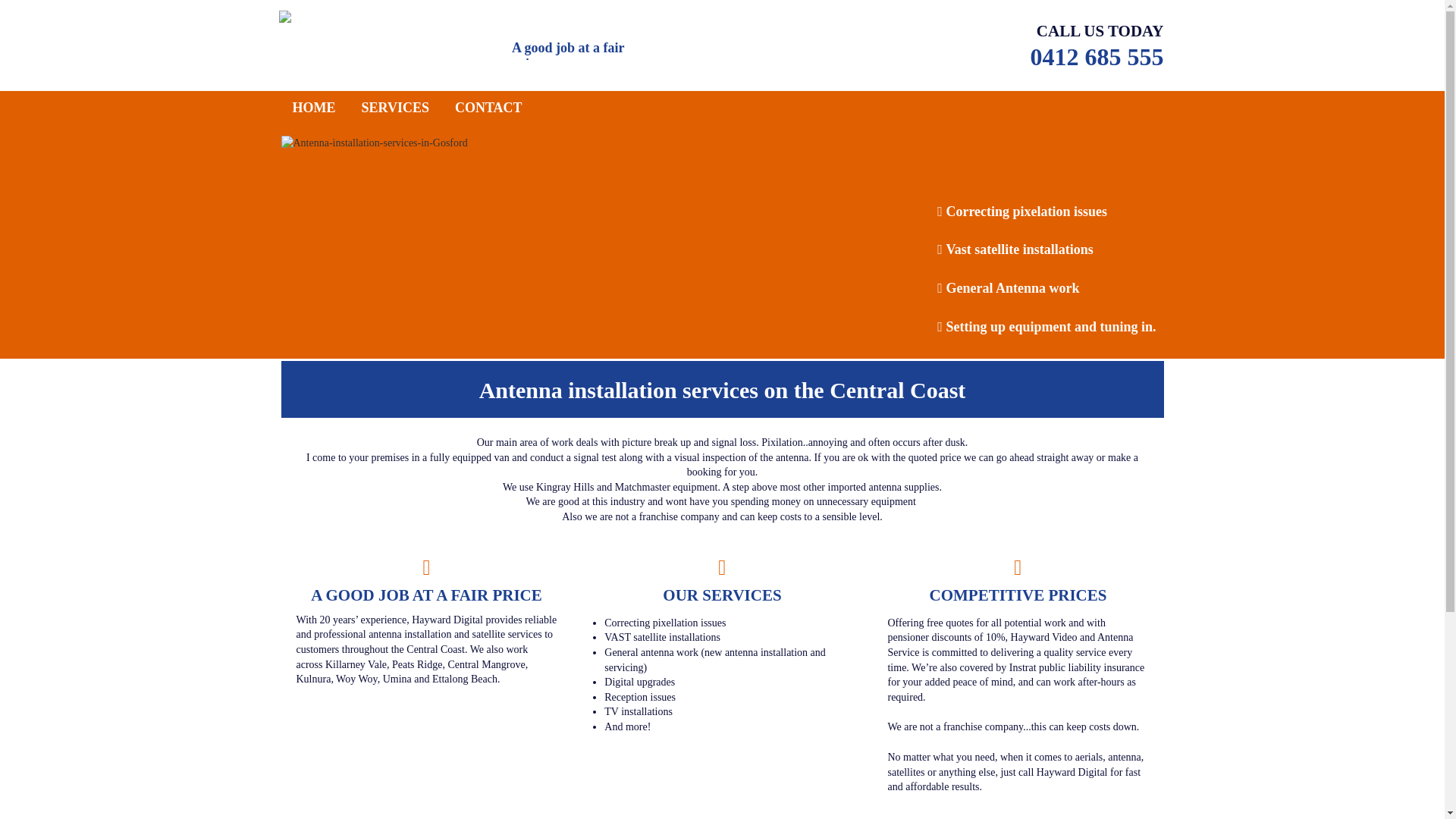  Describe the element at coordinates (488, 107) in the screenshot. I see `'CONTACT'` at that location.